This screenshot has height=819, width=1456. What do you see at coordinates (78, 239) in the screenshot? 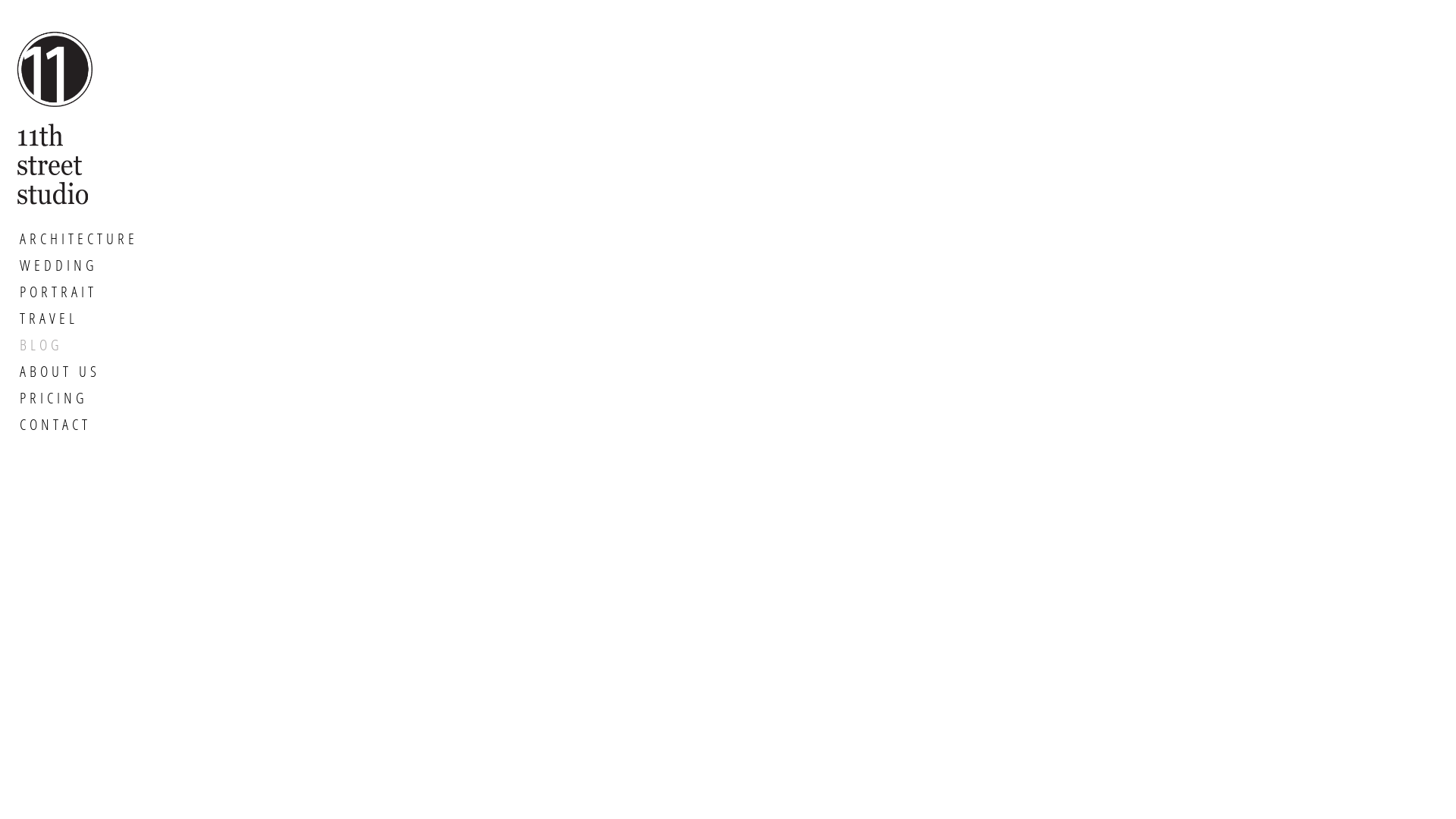
I see `'ARCHITECTURE'` at bounding box center [78, 239].